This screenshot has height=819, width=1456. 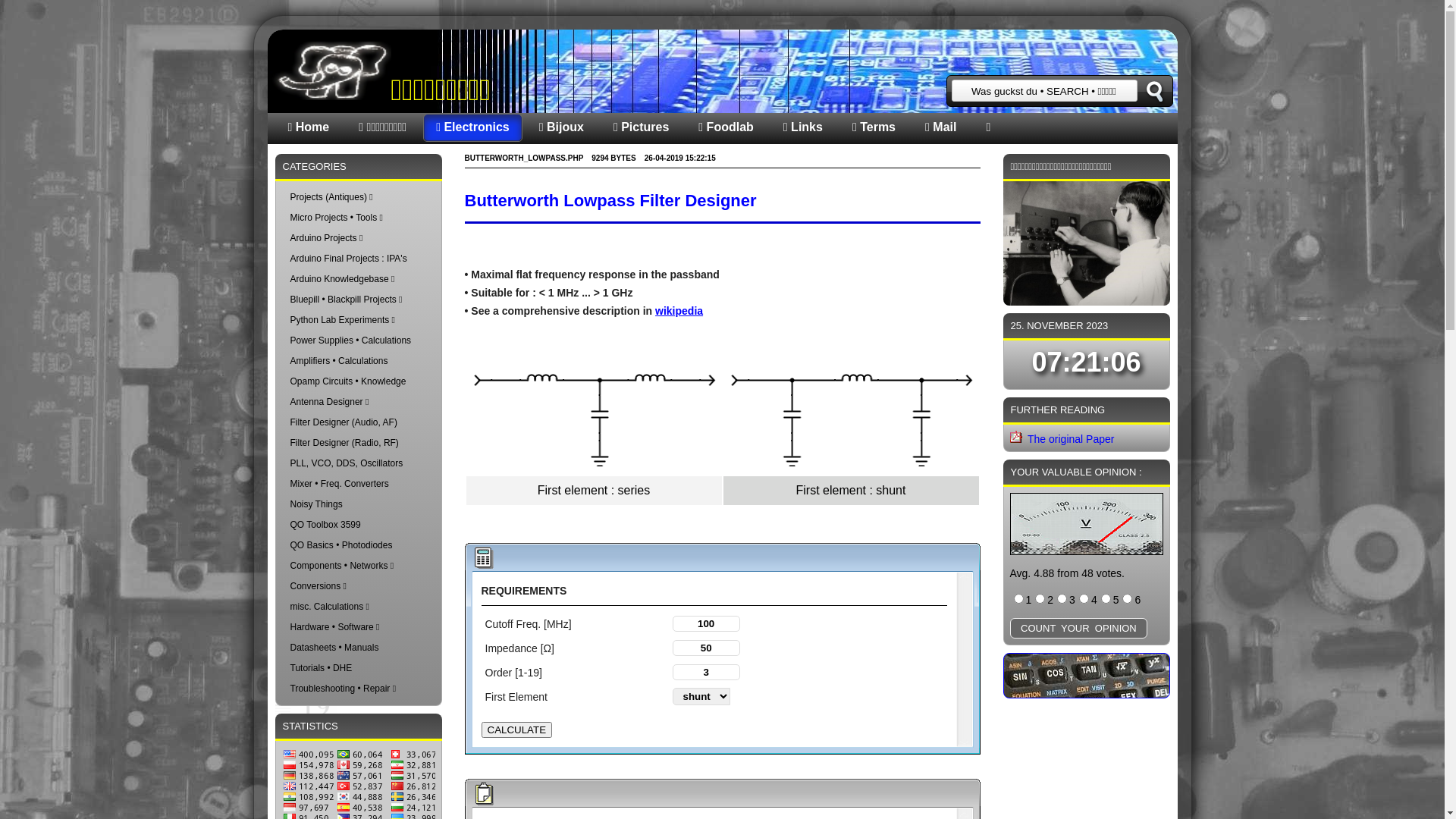 What do you see at coordinates (342, 422) in the screenshot?
I see `'Filter Designer (Audio, AF)'` at bounding box center [342, 422].